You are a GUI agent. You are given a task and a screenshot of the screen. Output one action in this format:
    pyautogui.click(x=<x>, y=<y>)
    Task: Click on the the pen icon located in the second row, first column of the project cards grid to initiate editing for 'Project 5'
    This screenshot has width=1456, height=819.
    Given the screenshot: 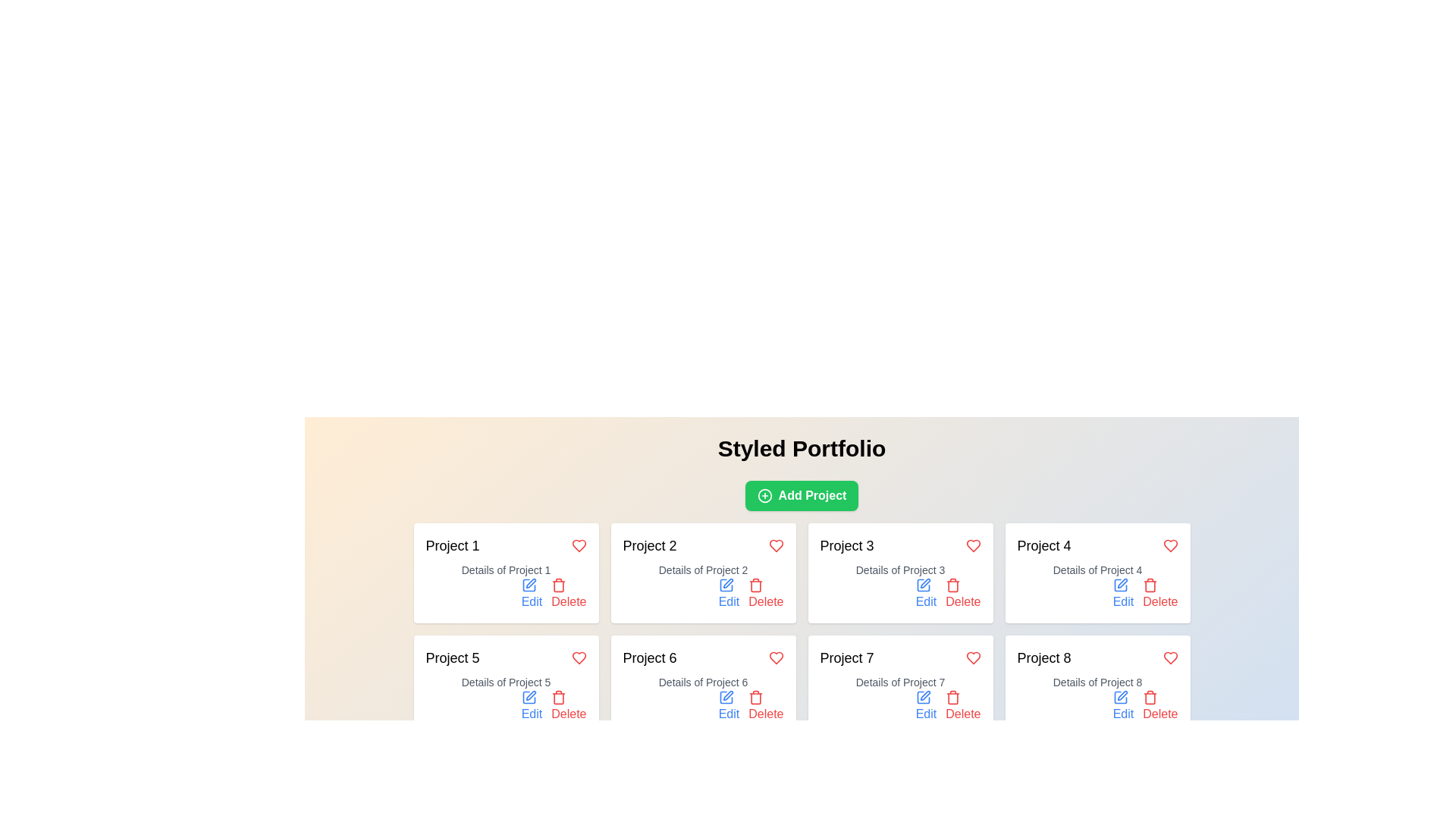 What is the action you would take?
    pyautogui.click(x=529, y=698)
    